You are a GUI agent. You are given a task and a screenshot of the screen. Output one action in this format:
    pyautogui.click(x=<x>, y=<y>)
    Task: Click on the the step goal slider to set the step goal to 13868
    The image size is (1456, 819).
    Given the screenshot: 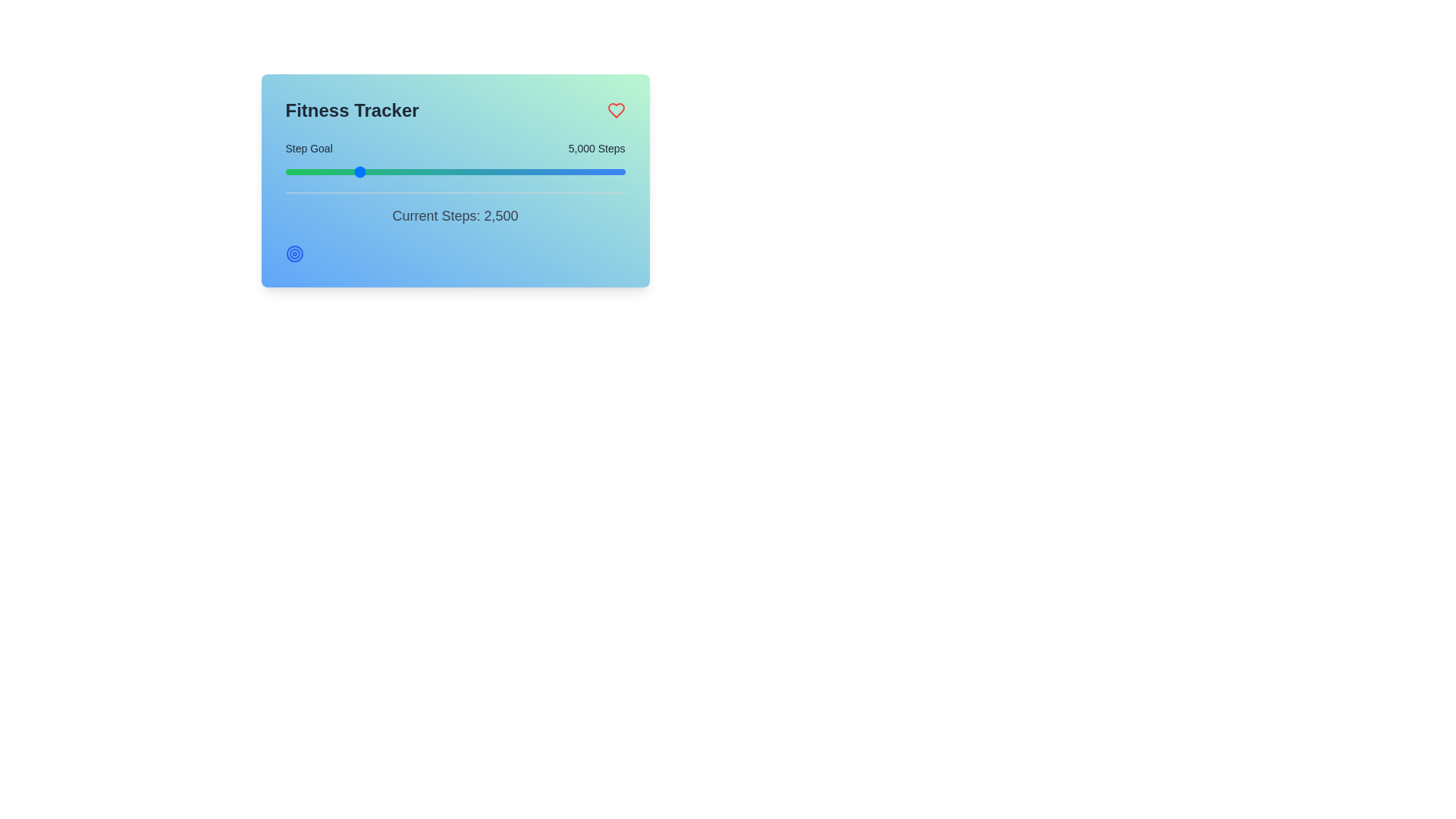 What is the action you would take?
    pyautogui.click(x=515, y=171)
    